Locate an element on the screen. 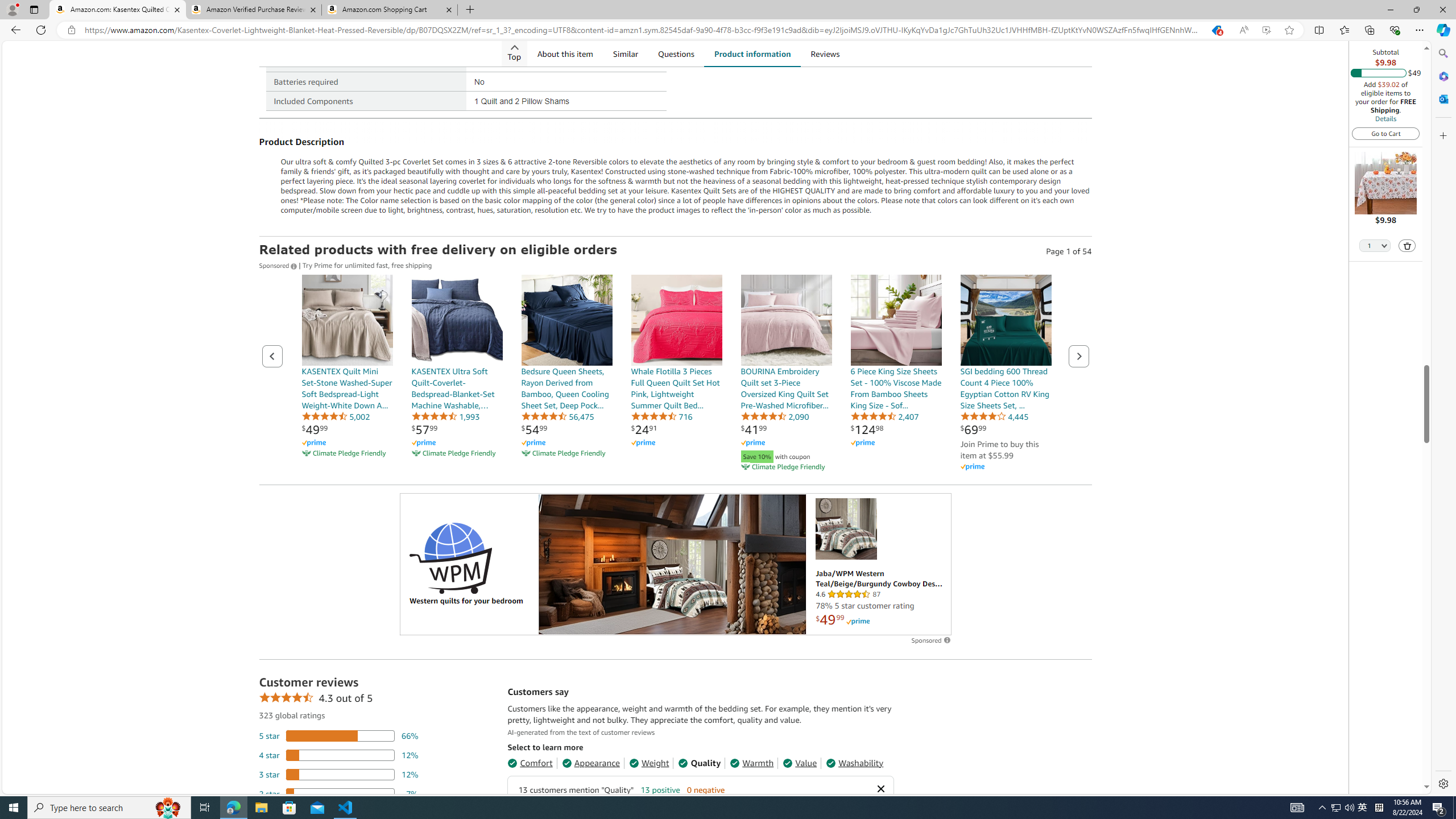 The width and height of the screenshot is (1456, 819). '4,445' is located at coordinates (994, 416).